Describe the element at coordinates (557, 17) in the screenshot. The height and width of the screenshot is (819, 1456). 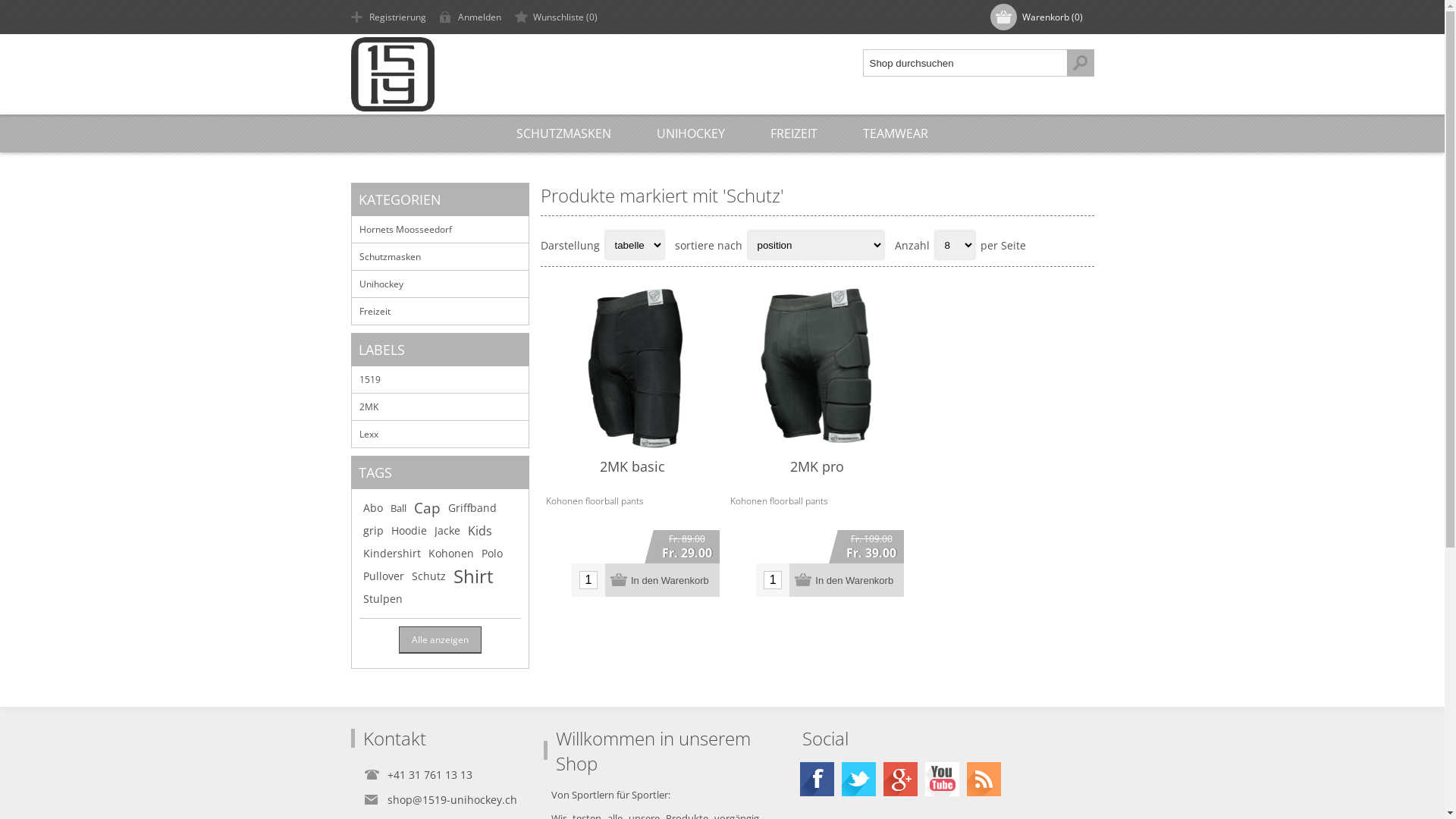
I see `'Wunschliste (0)'` at that location.